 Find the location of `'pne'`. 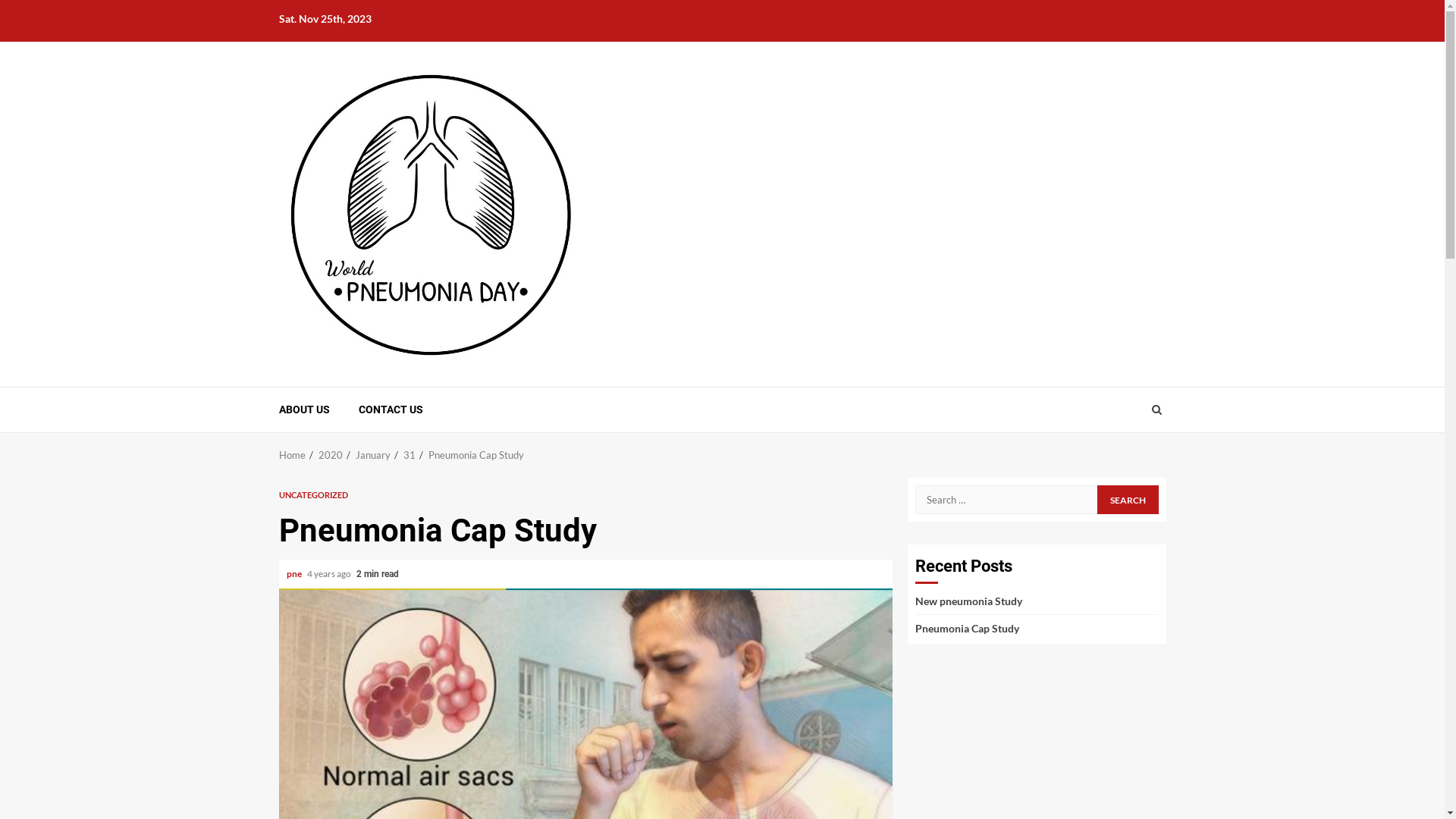

'pne' is located at coordinates (294, 573).